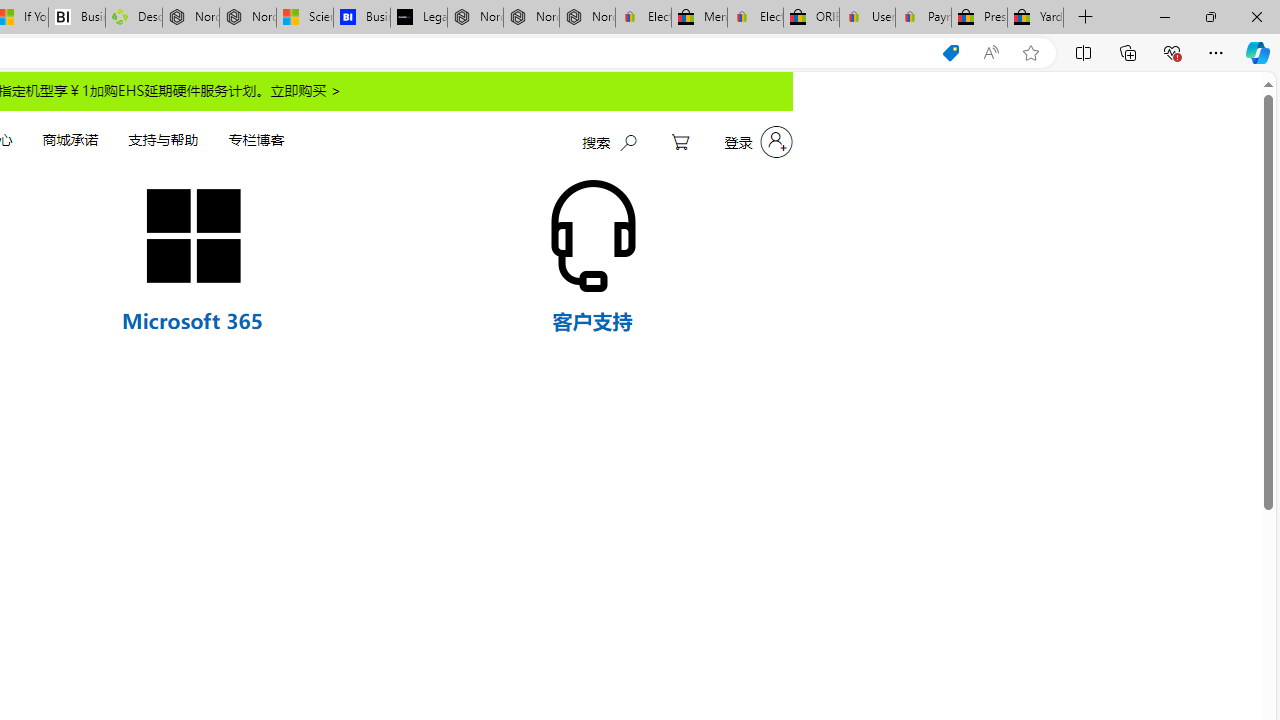 The height and width of the screenshot is (720, 1280). Describe the element at coordinates (680, 141) in the screenshot. I see `'My Cart'` at that location.